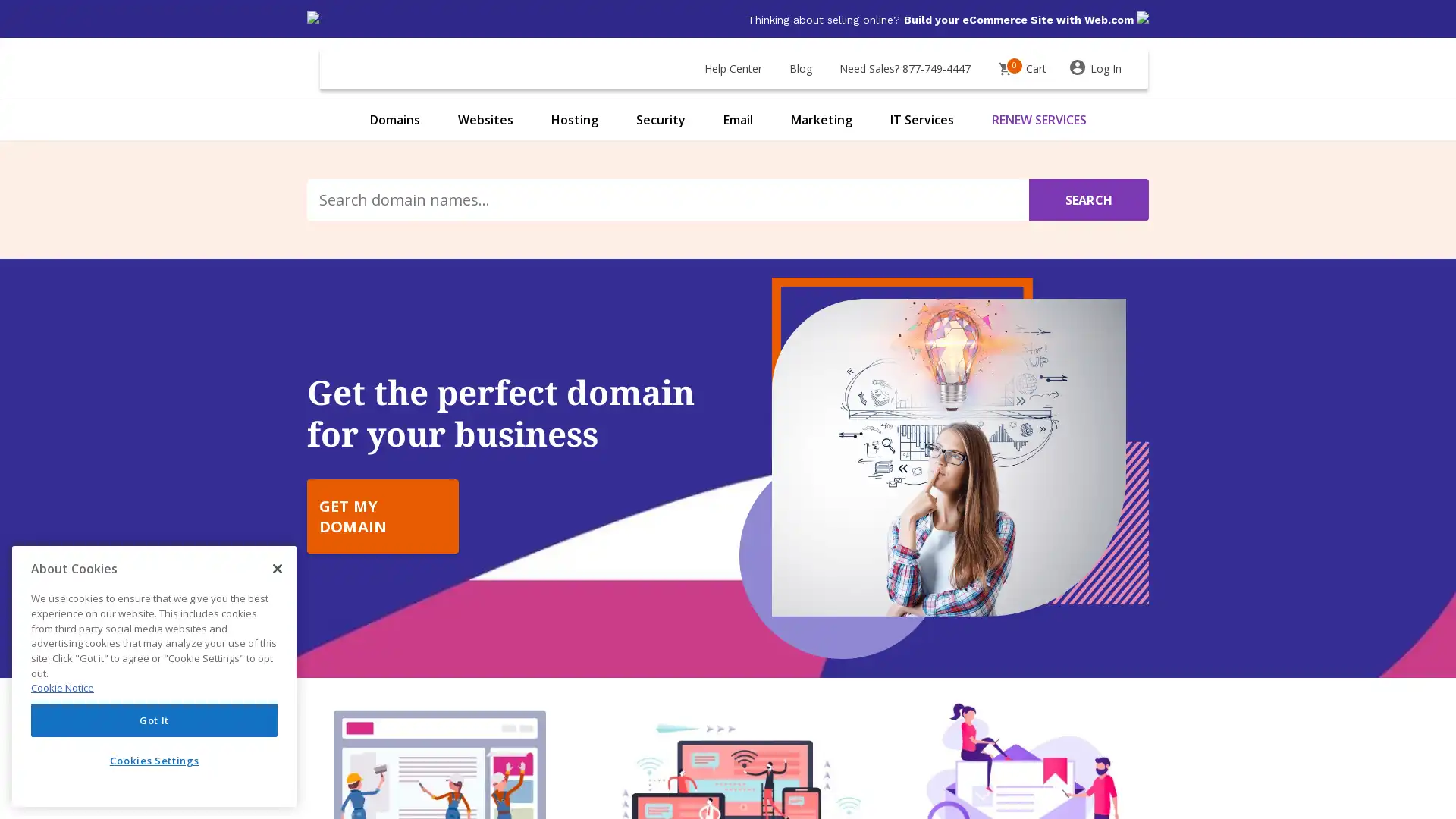 This screenshot has height=819, width=1456. What do you see at coordinates (154, 760) in the screenshot?
I see `Cookies Settings` at bounding box center [154, 760].